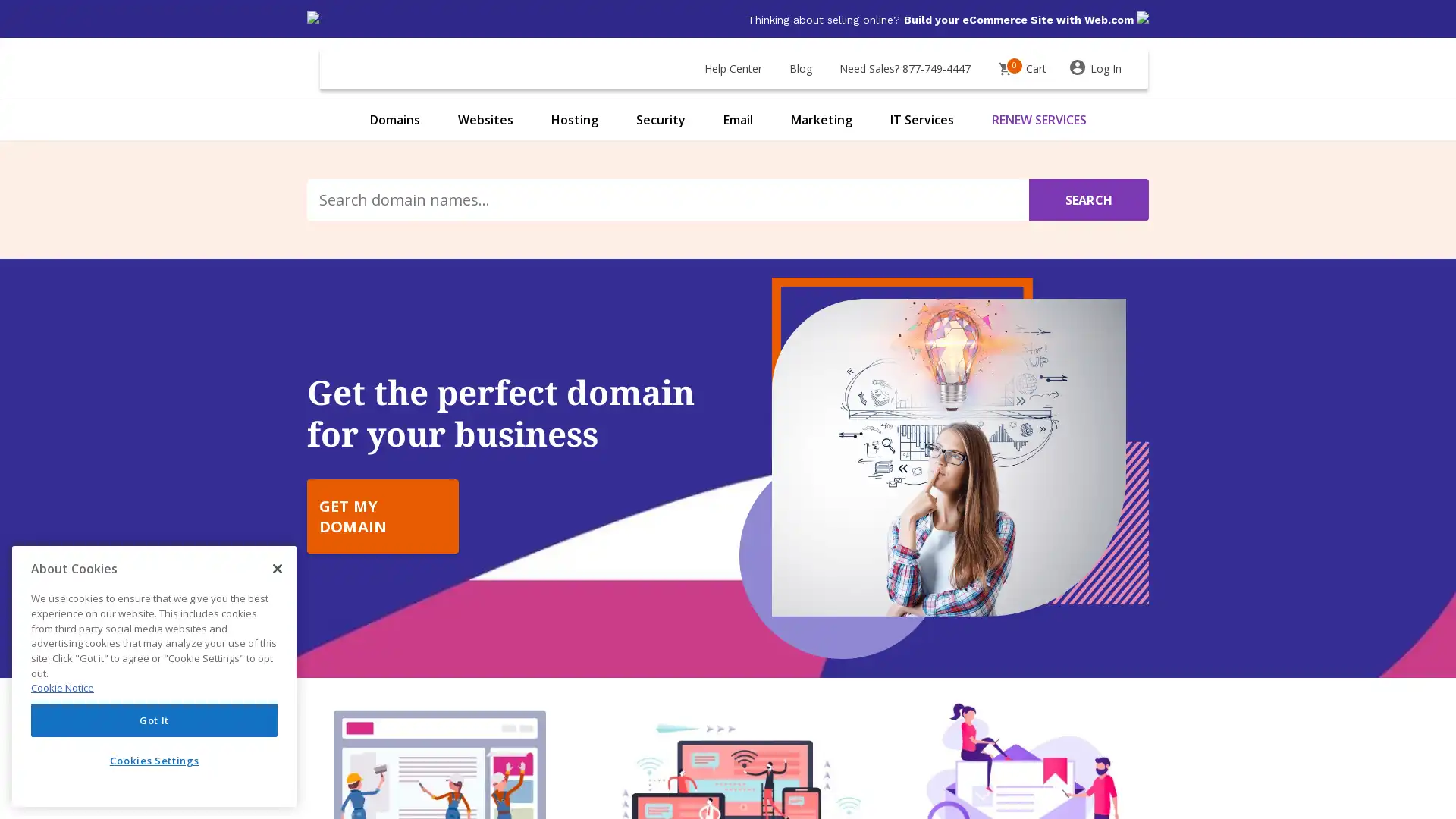 This screenshot has height=819, width=1456. What do you see at coordinates (154, 760) in the screenshot?
I see `Cookies Settings` at bounding box center [154, 760].